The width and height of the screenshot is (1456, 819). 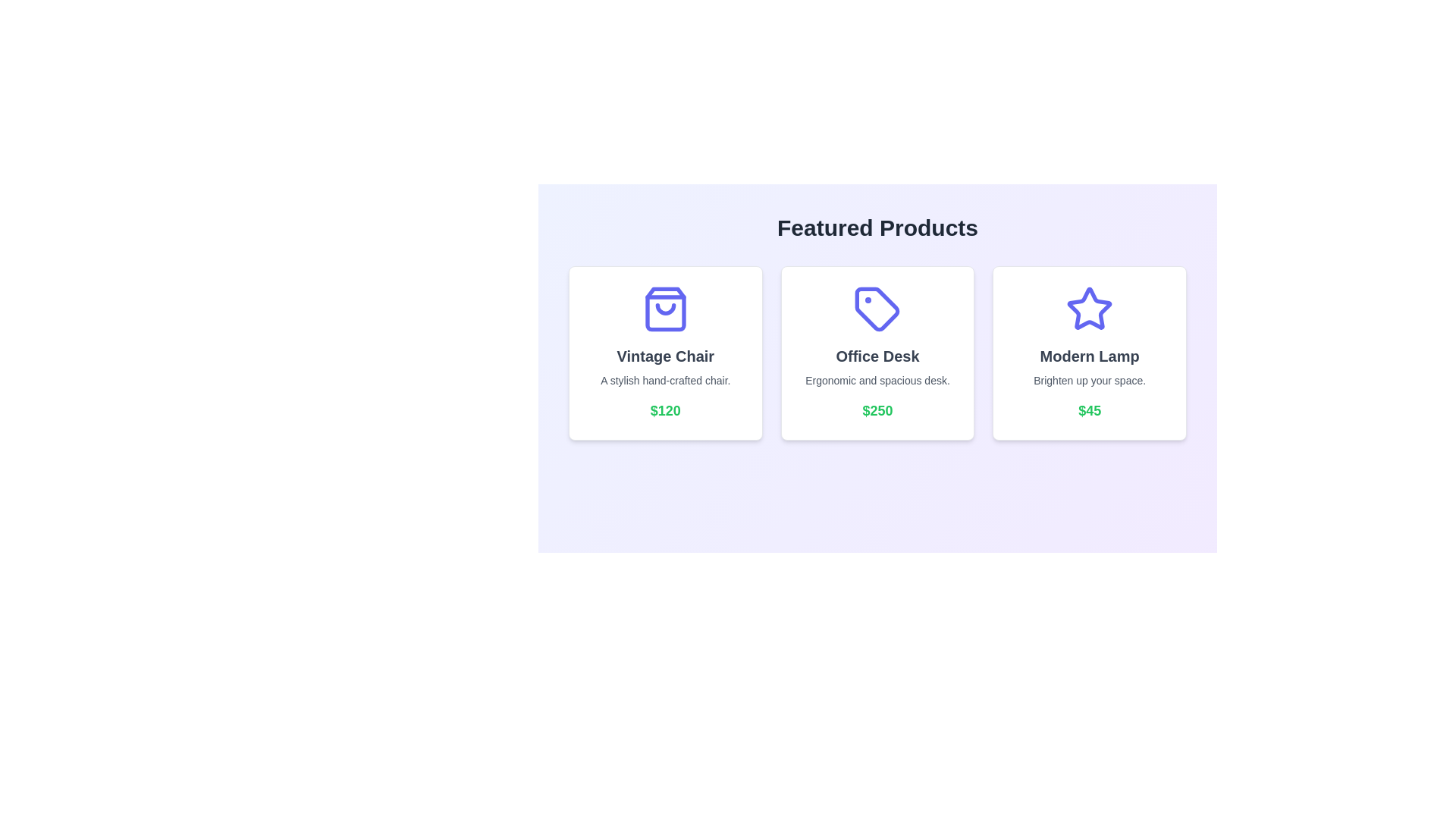 I want to click on the rating icon for the 'Modern Lamp' product located at the top center of its card in the 'Featured Products' section, so click(x=1089, y=307).